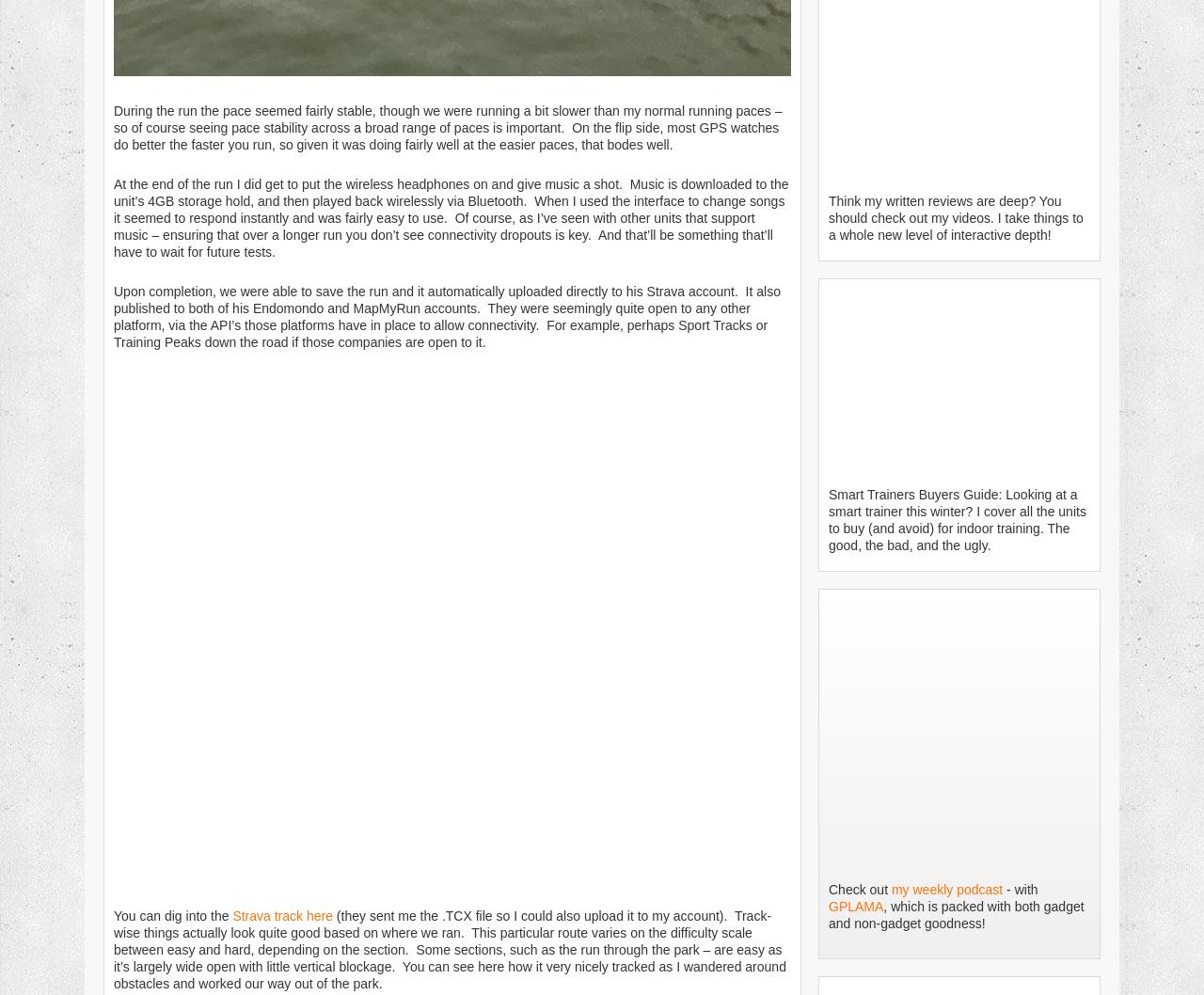 Image resolution: width=1204 pixels, height=995 pixels. I want to click on 'Check out', so click(859, 889).